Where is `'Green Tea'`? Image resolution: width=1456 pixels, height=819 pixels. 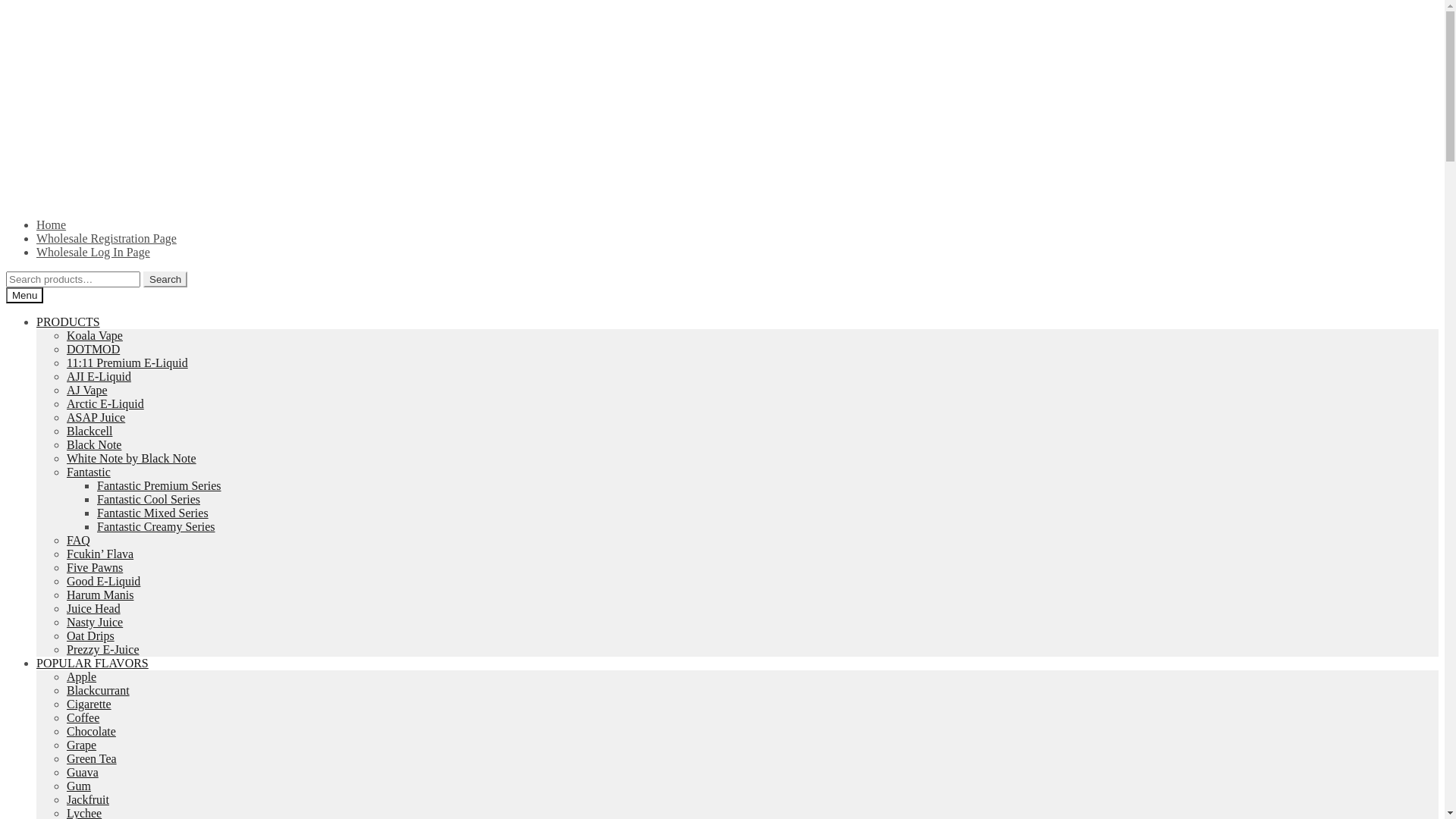
'Green Tea' is located at coordinates (90, 758).